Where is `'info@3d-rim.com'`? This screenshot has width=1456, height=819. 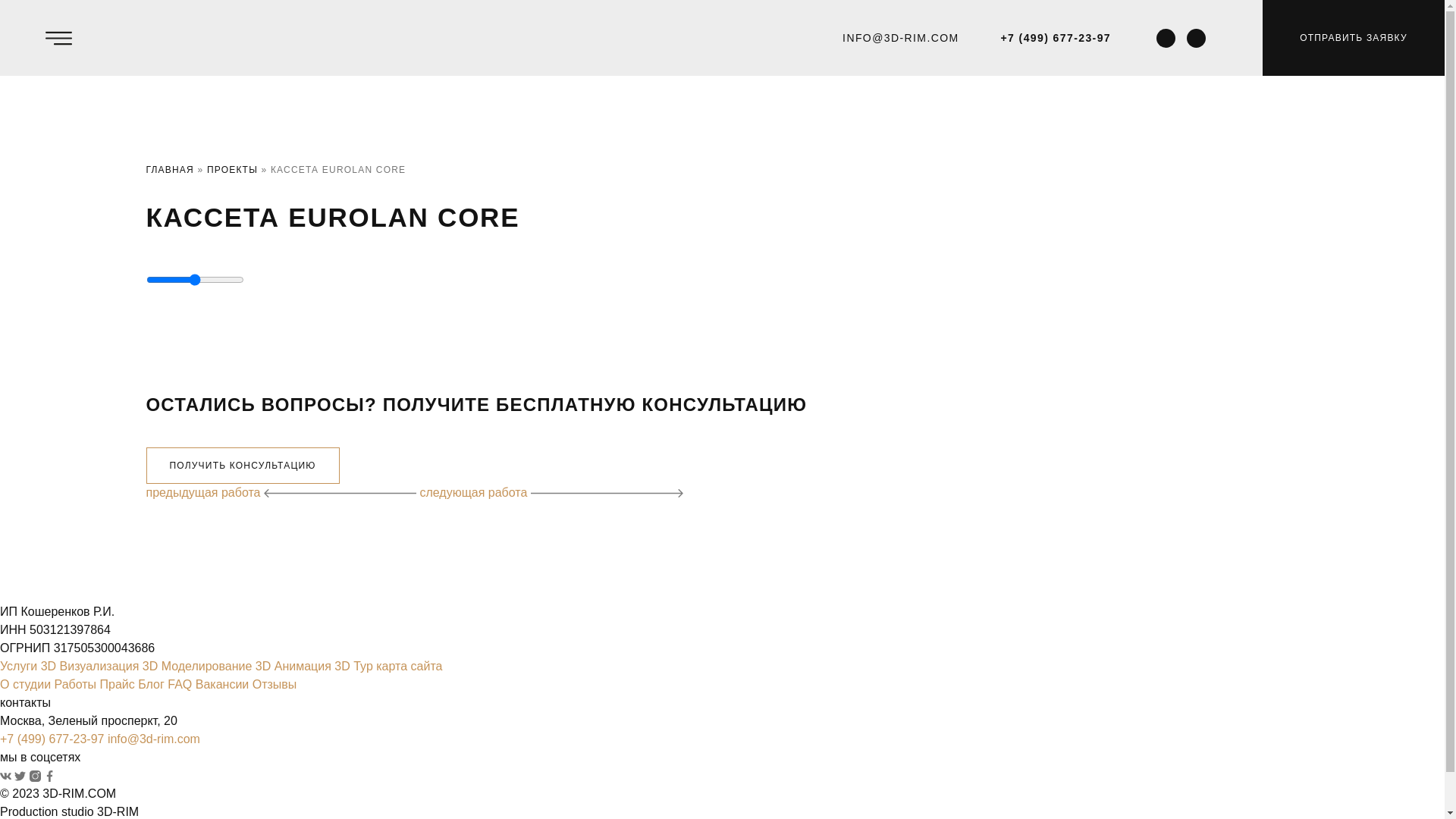
'info@3d-rim.com' is located at coordinates (153, 738).